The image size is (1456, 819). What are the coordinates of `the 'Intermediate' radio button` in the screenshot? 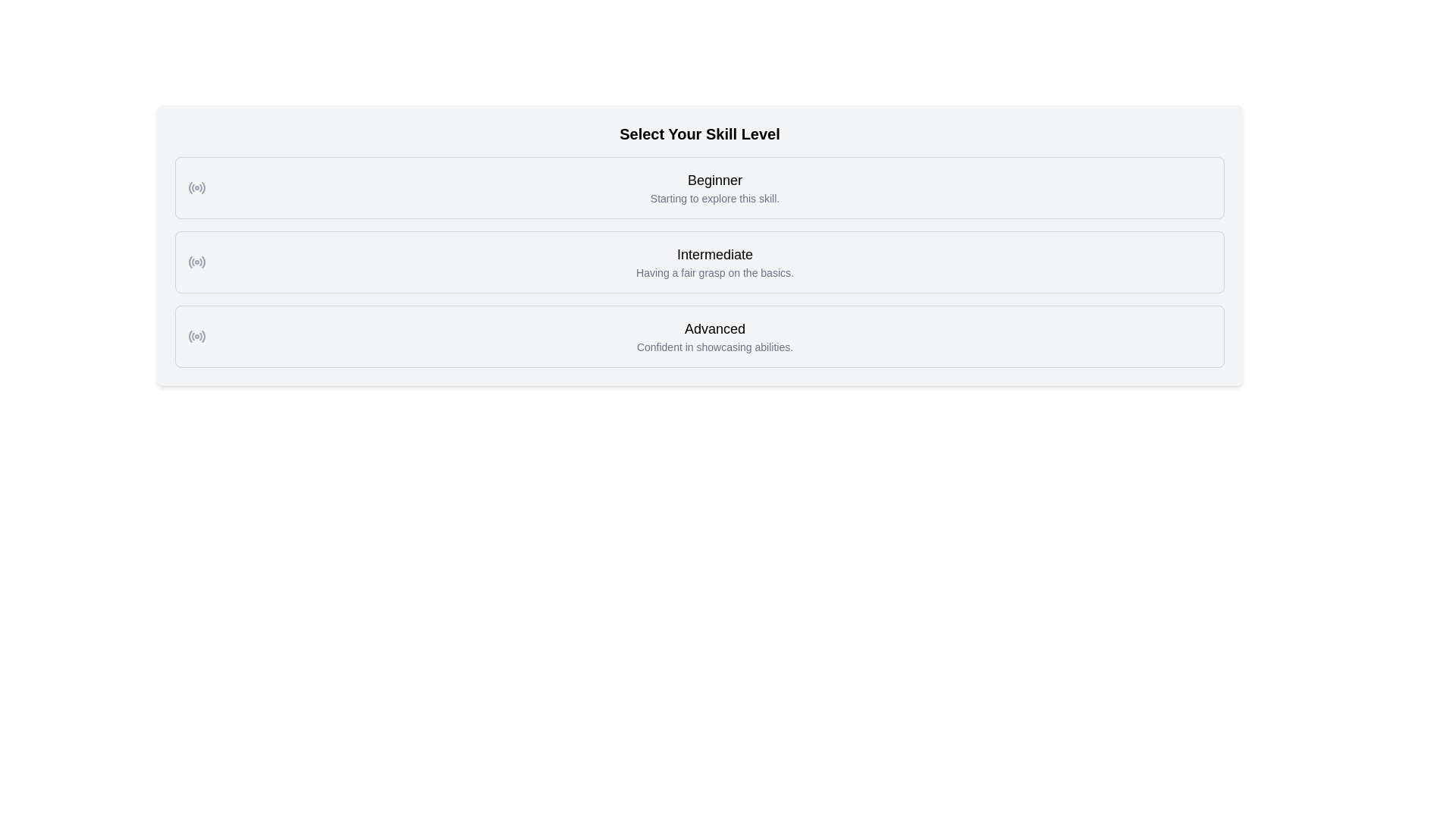 It's located at (196, 262).